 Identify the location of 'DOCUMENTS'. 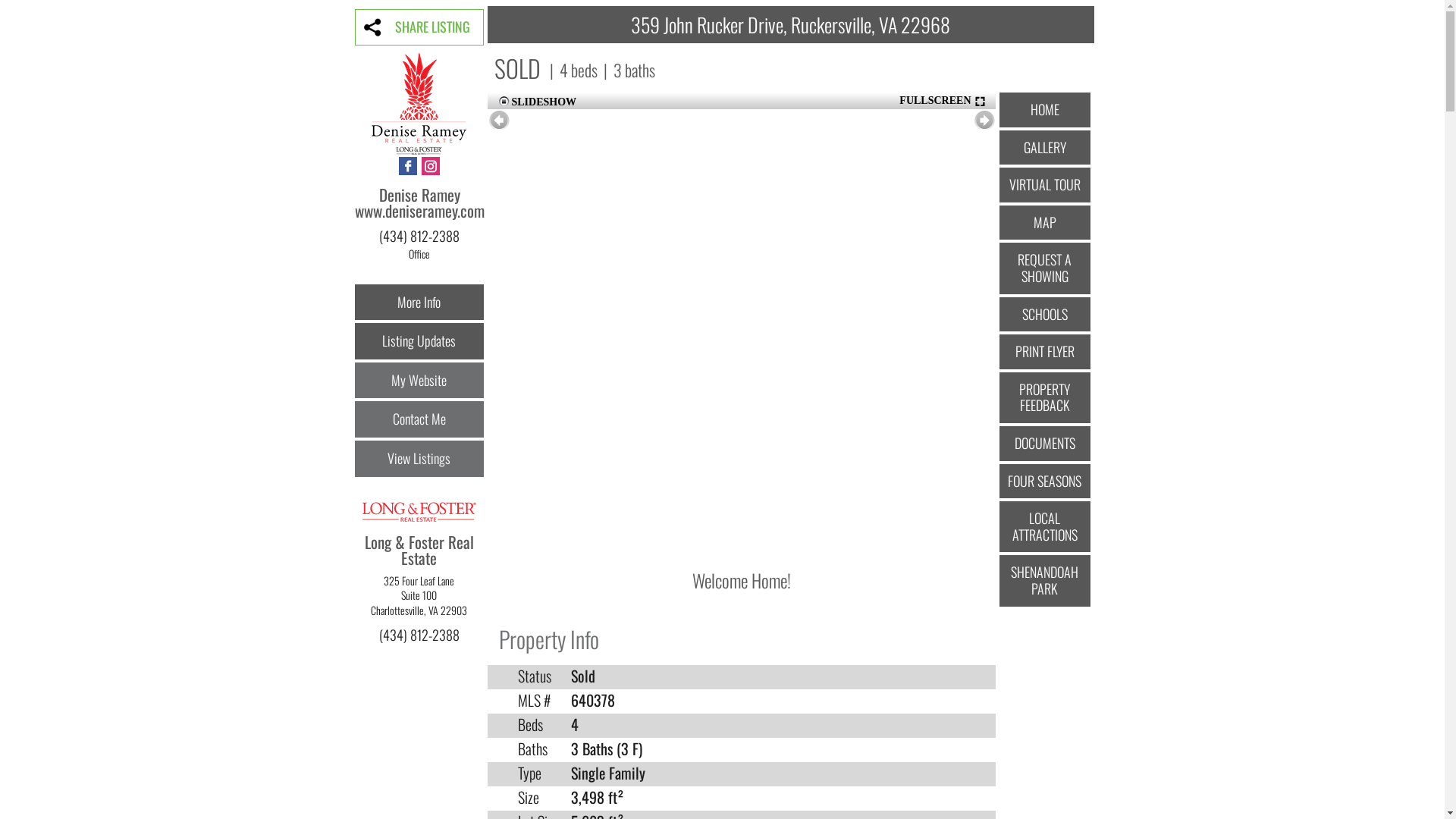
(1043, 444).